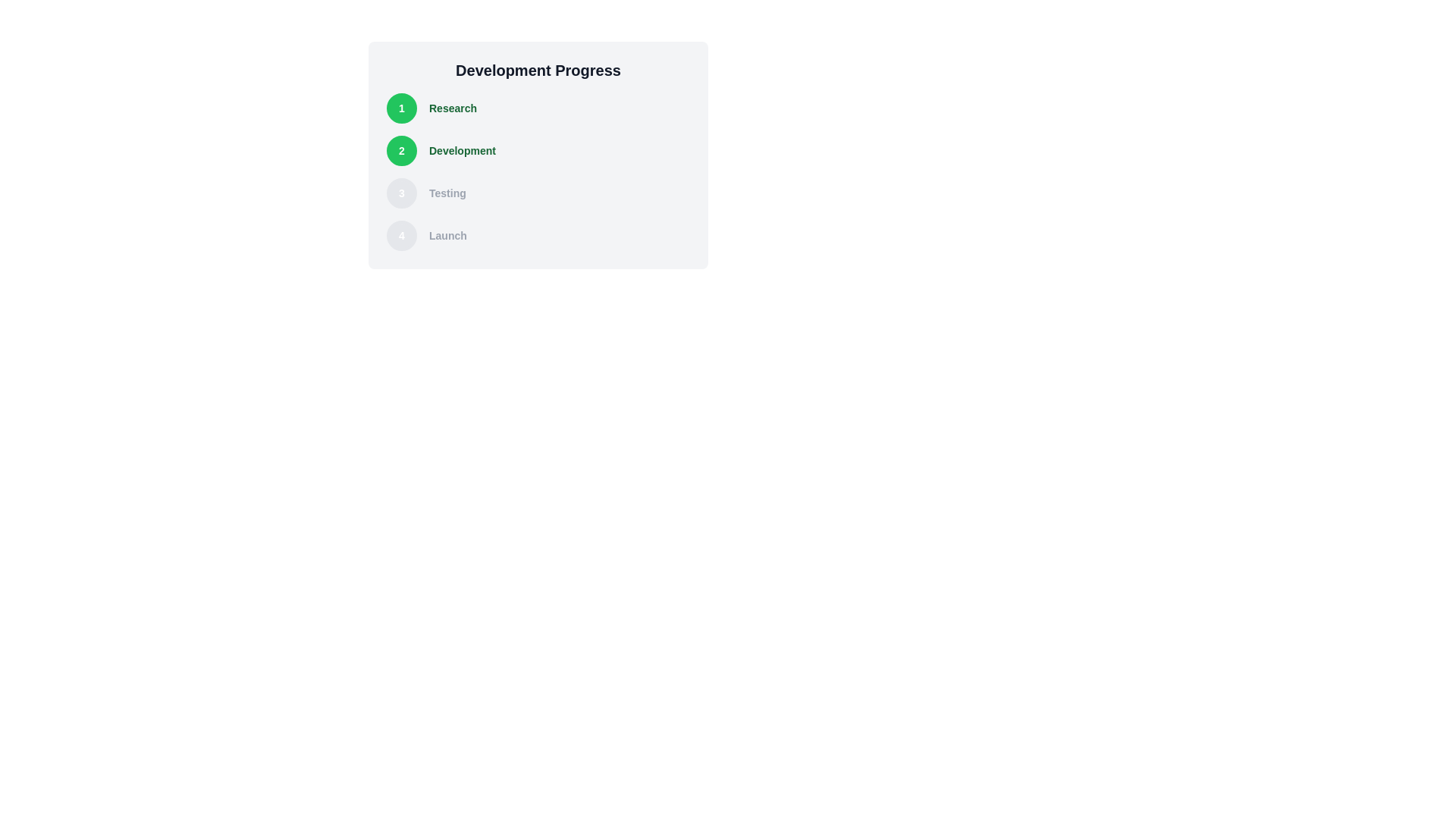 The height and width of the screenshot is (819, 1456). Describe the element at coordinates (538, 192) in the screenshot. I see `the 'Testing' step in the progress steps list, which is visually distinct to indicate it is not yet completed` at that location.